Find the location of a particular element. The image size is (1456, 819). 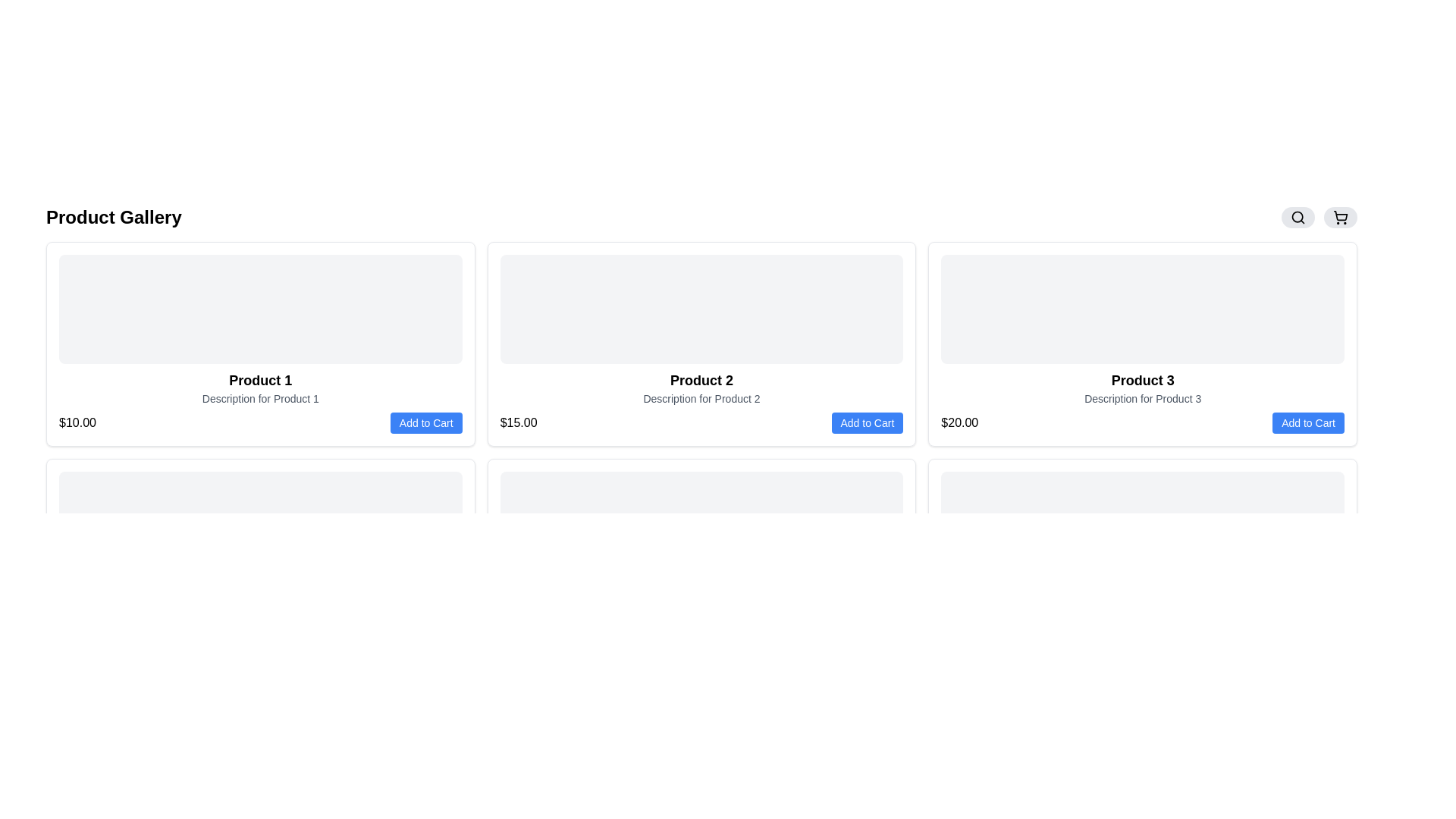

the 'Product 3' card from its current position for rearrangement in the grid layout is located at coordinates (1143, 344).